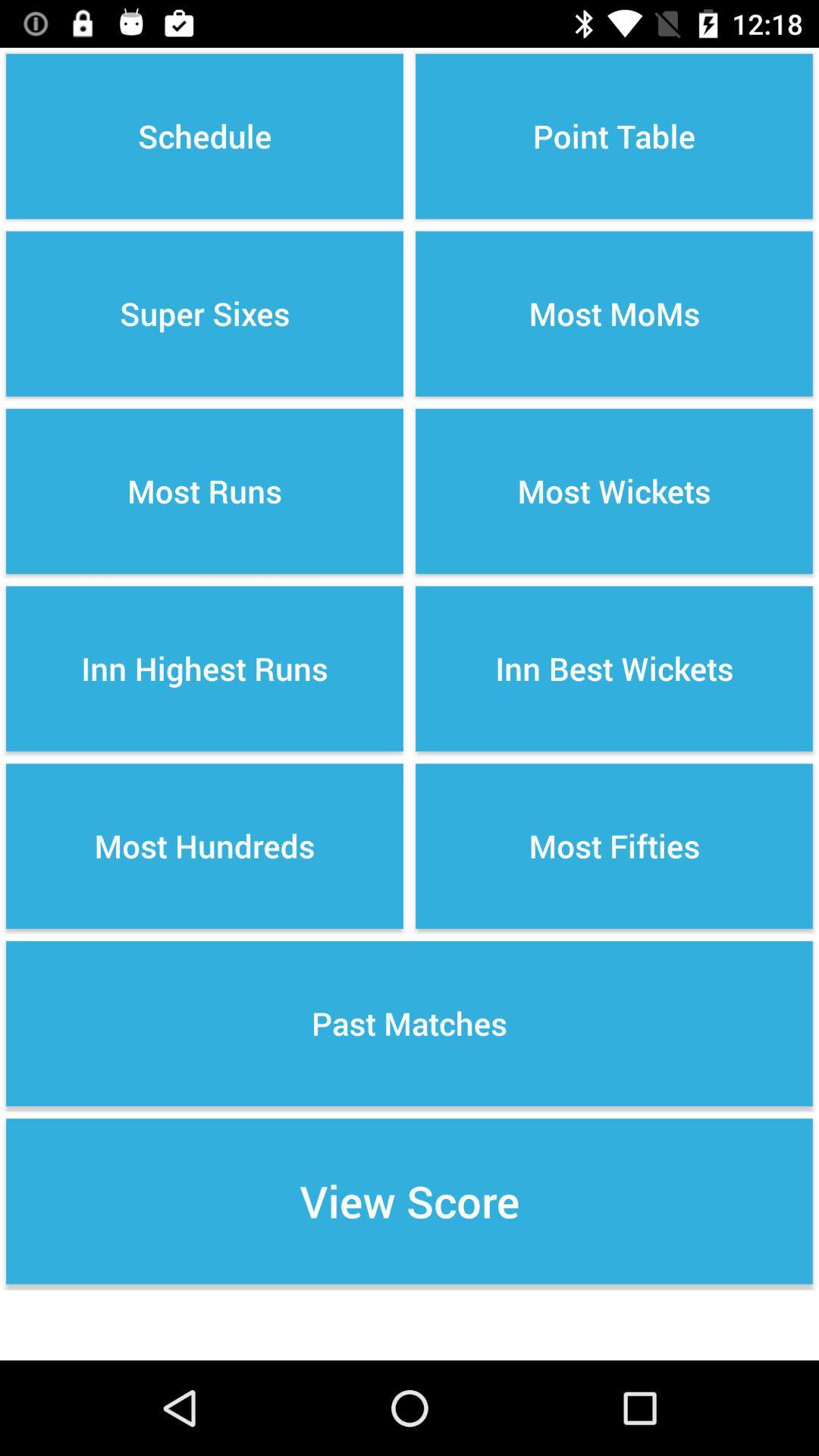 The width and height of the screenshot is (819, 1456). Describe the element at coordinates (614, 491) in the screenshot. I see `the icon to the right of the super sixes icon` at that location.